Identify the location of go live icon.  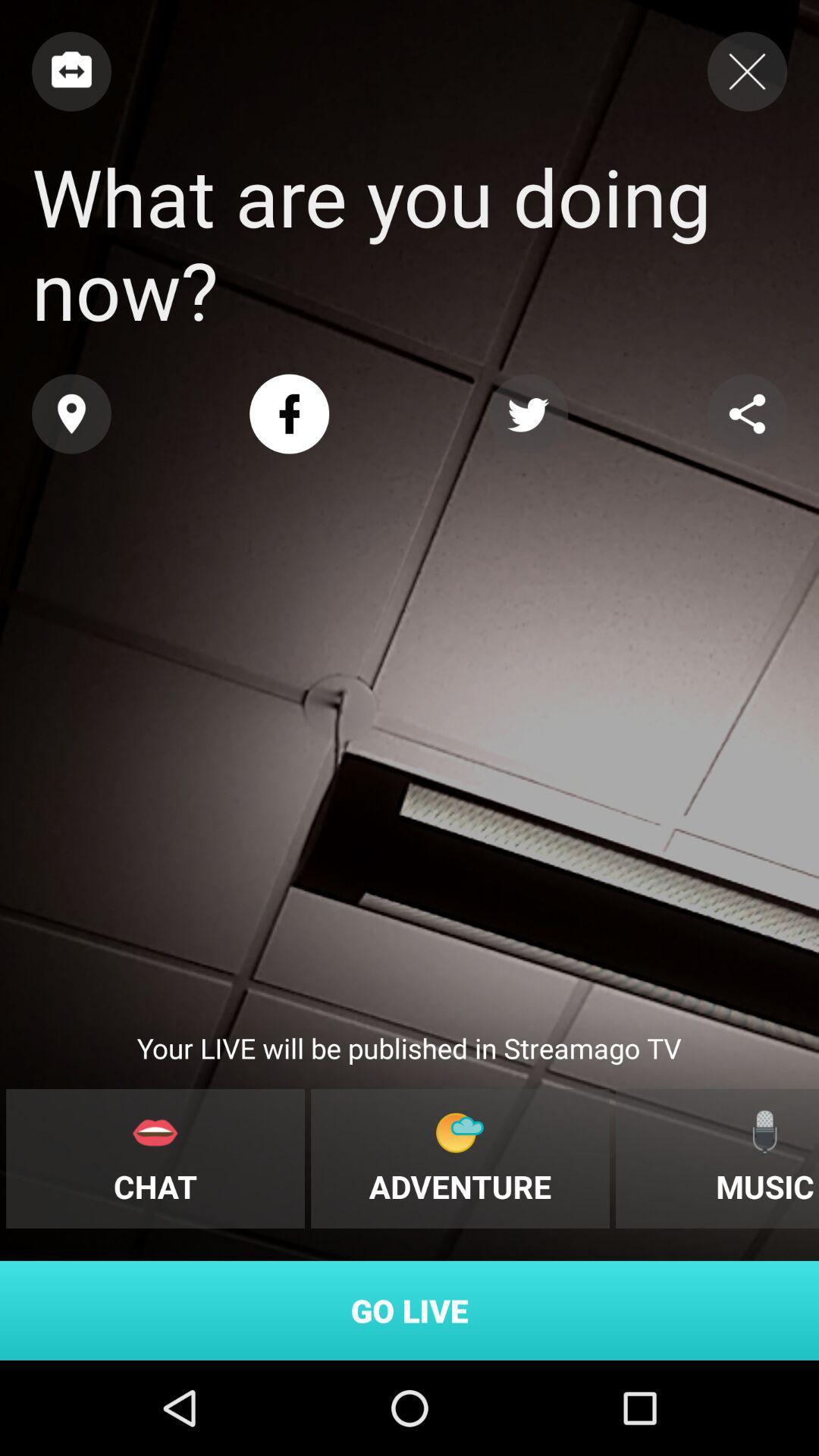
(409, 1310).